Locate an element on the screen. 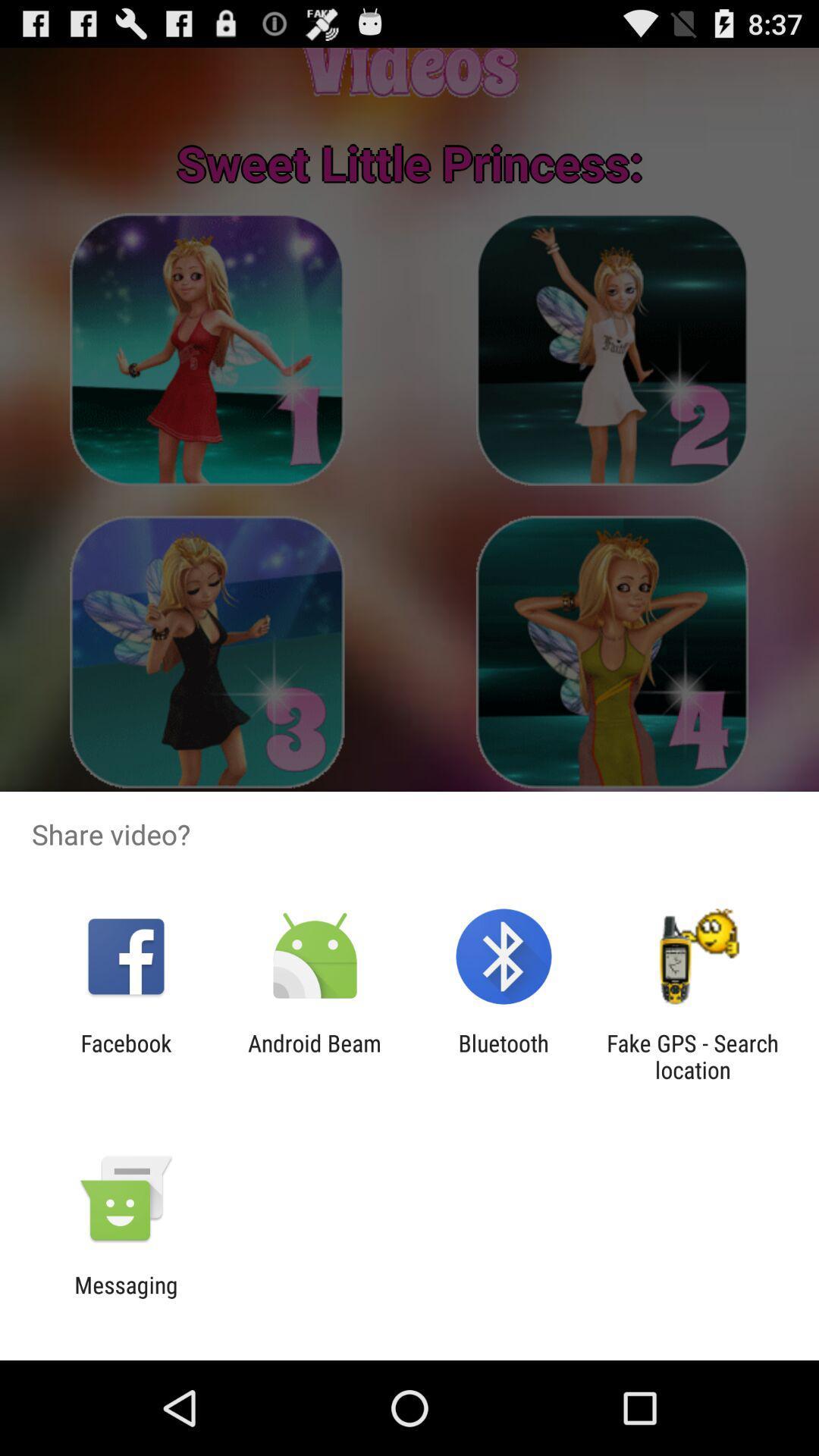 The image size is (819, 1456). the item to the right of the bluetooth app is located at coordinates (692, 1056).